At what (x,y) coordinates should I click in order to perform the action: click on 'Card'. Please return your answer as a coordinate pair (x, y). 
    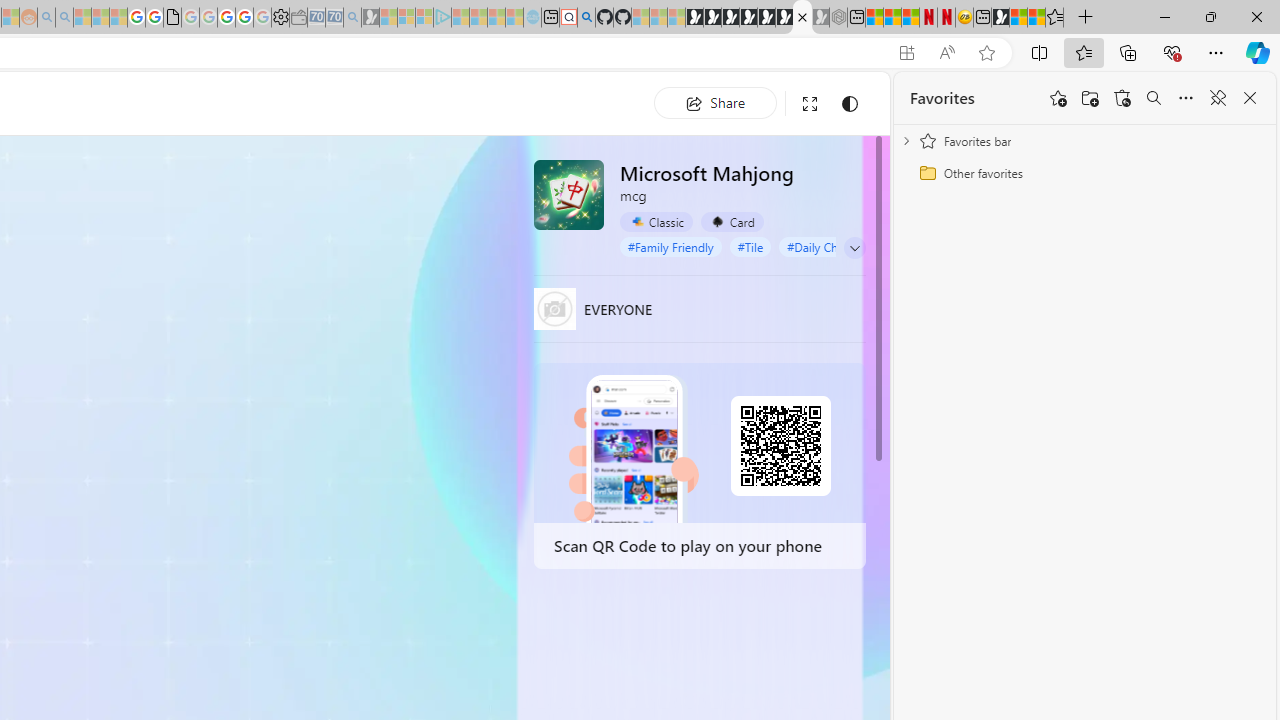
    Looking at the image, I should click on (731, 222).